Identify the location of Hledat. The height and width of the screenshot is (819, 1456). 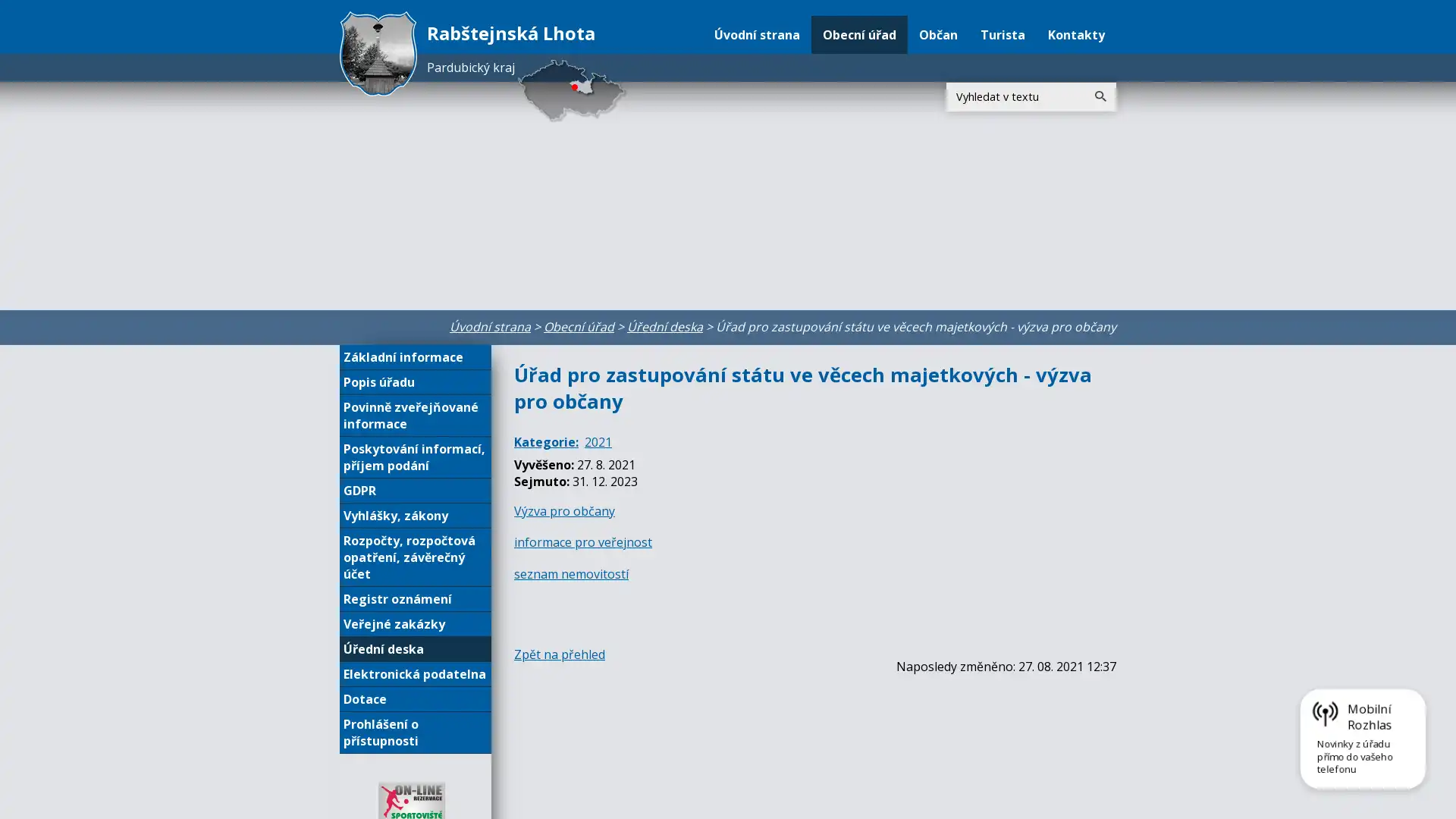
(1100, 96).